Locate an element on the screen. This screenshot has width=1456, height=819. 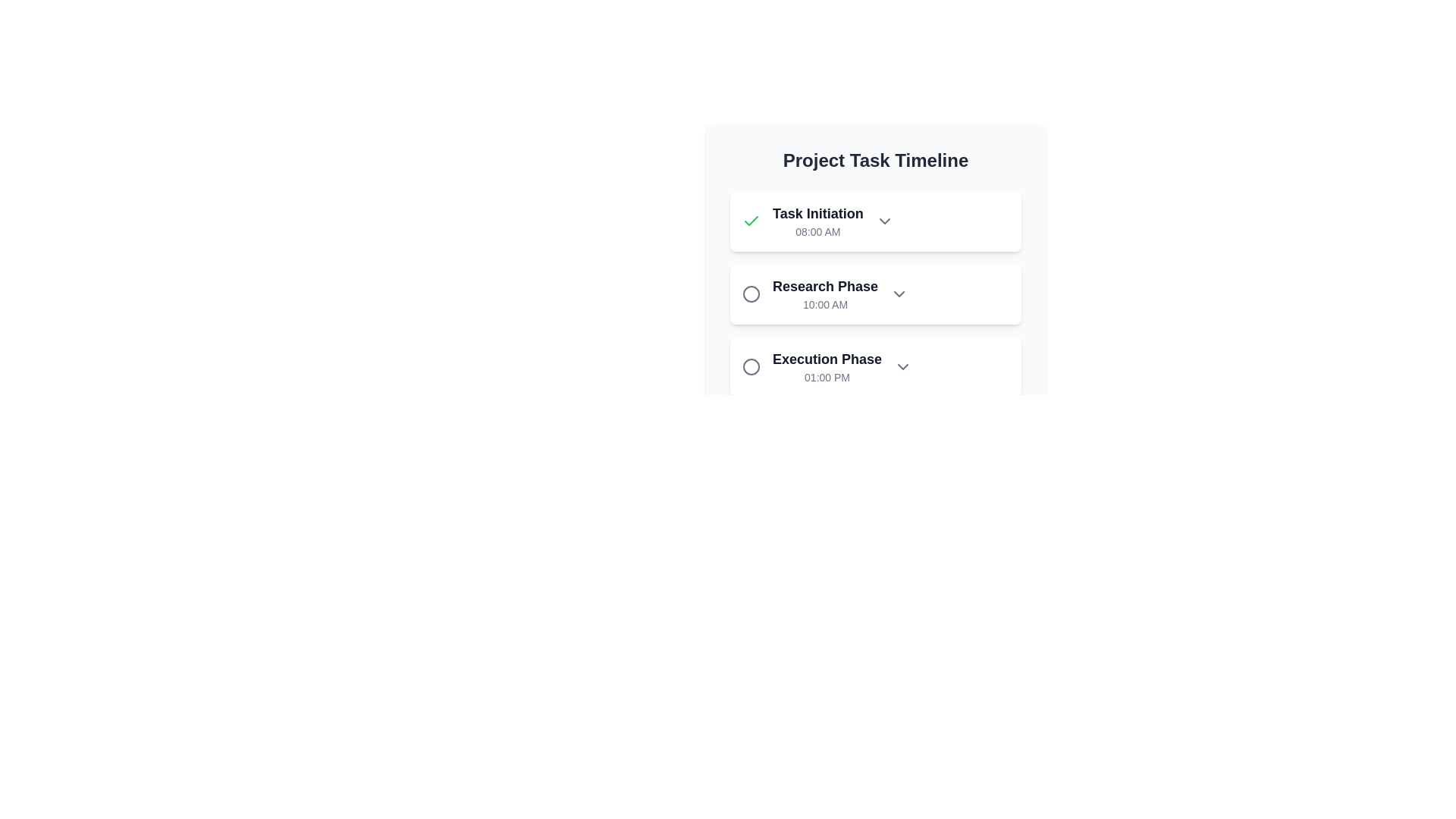
the text label that serves as a heading for the 'Execution Phase' in the project timeline, which is located between the 'Research Phase' and subsequent items is located at coordinates (826, 359).